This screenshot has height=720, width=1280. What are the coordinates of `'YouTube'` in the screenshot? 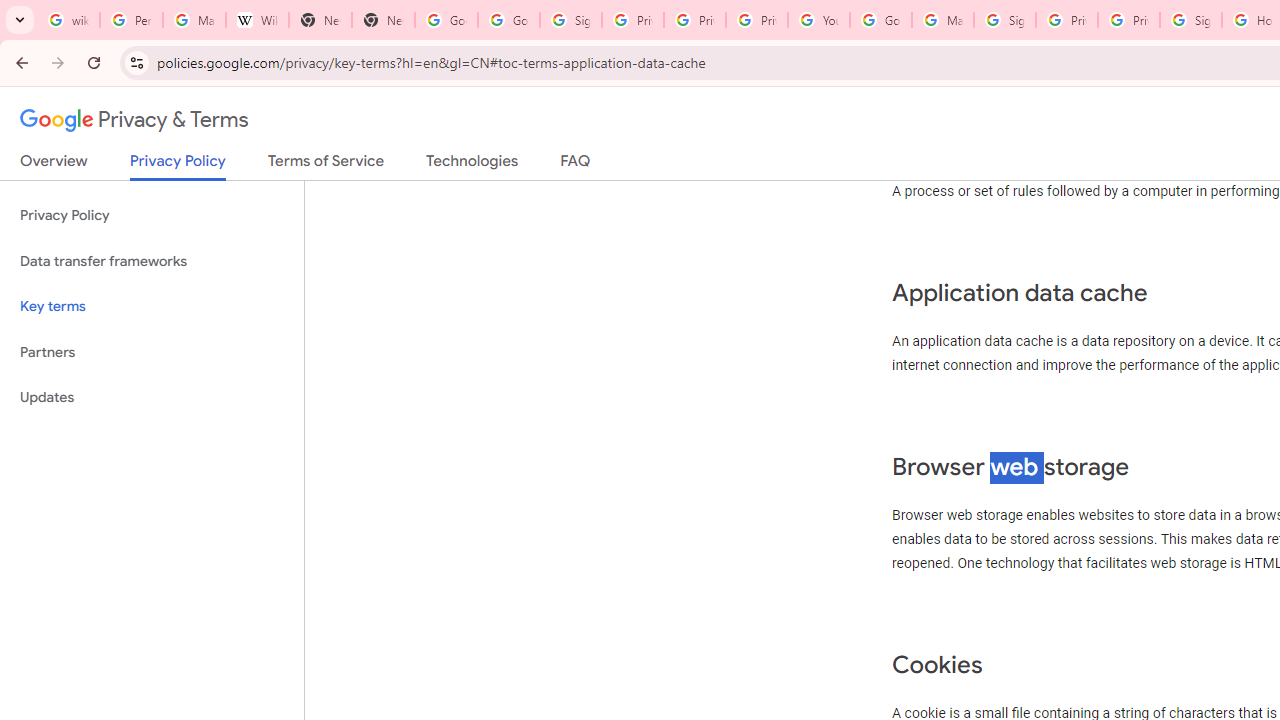 It's located at (819, 20).